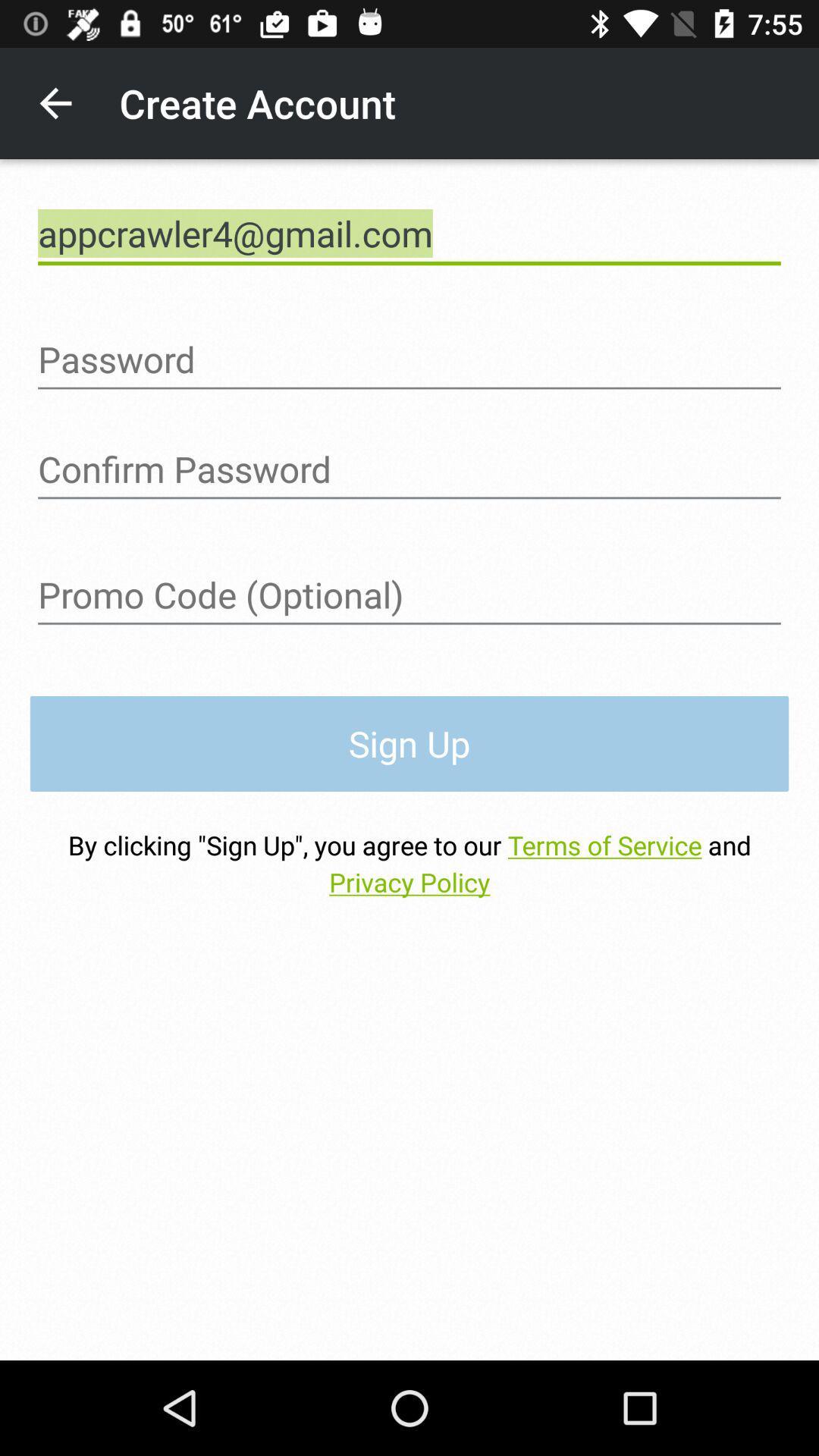 Image resolution: width=819 pixels, height=1456 pixels. I want to click on input promo code, so click(409, 595).